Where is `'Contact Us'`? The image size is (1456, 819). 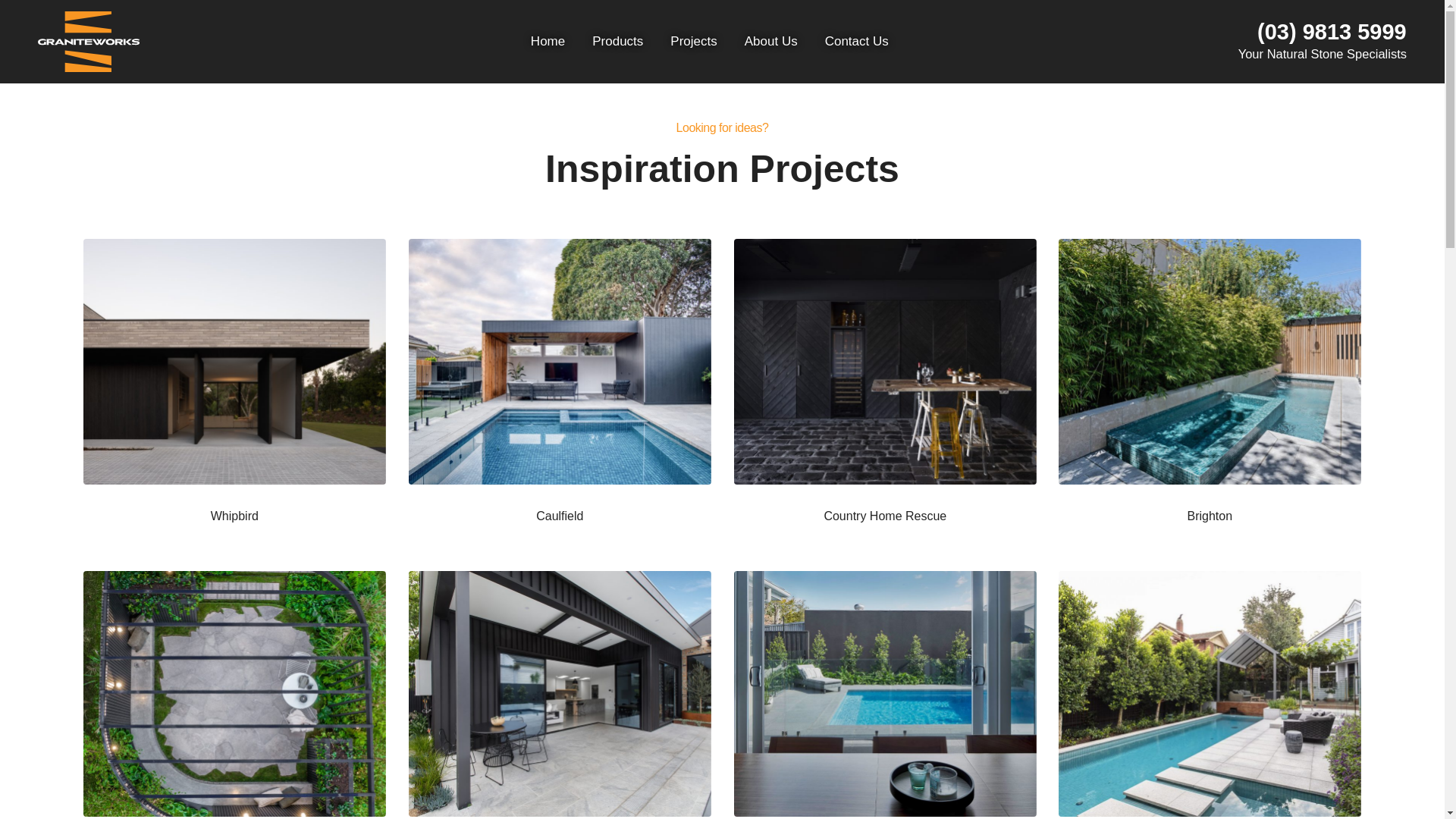 'Contact Us' is located at coordinates (856, 40).